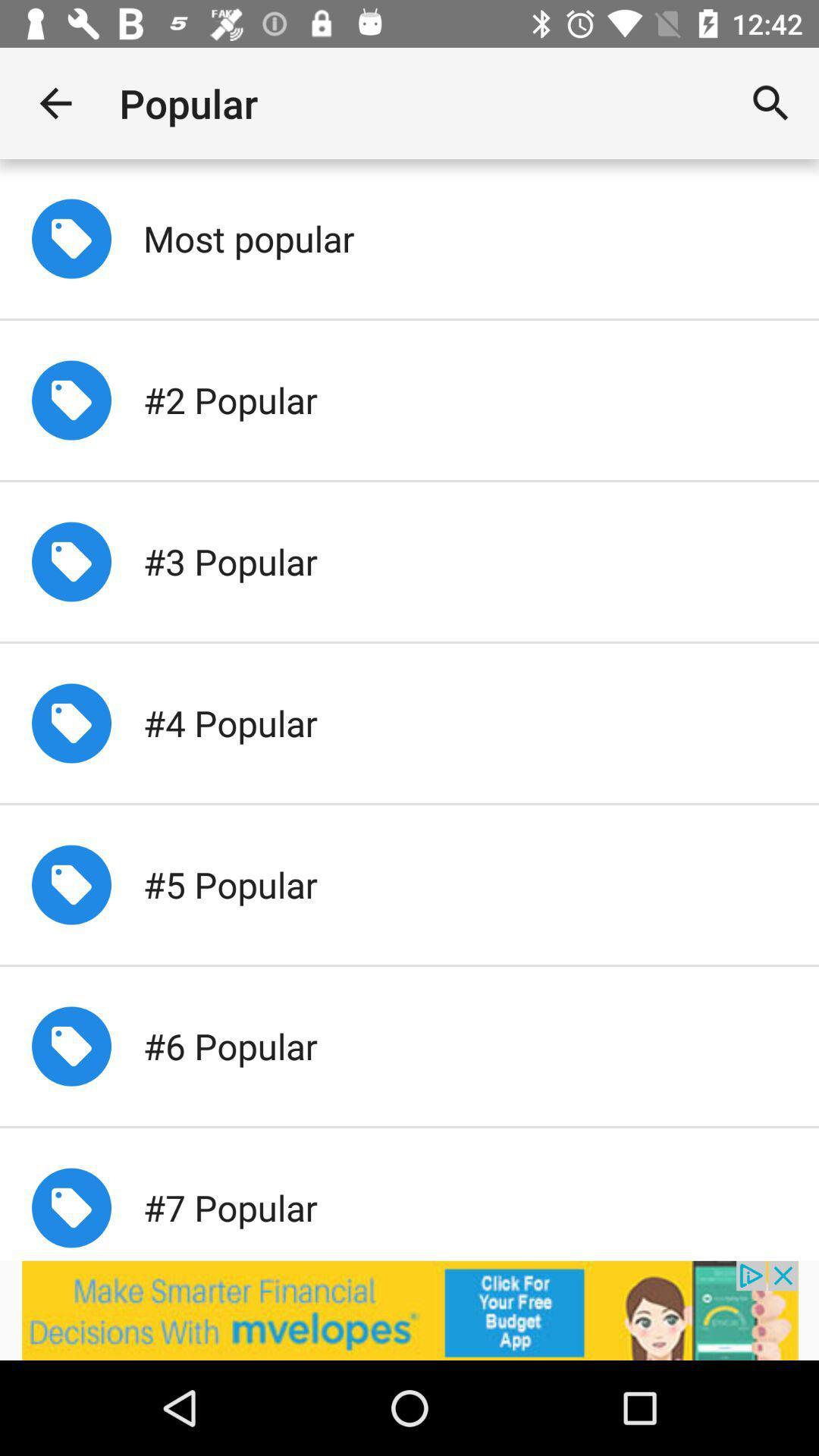 The height and width of the screenshot is (1456, 819). What do you see at coordinates (409, 1310) in the screenshot?
I see `advertisement link` at bounding box center [409, 1310].